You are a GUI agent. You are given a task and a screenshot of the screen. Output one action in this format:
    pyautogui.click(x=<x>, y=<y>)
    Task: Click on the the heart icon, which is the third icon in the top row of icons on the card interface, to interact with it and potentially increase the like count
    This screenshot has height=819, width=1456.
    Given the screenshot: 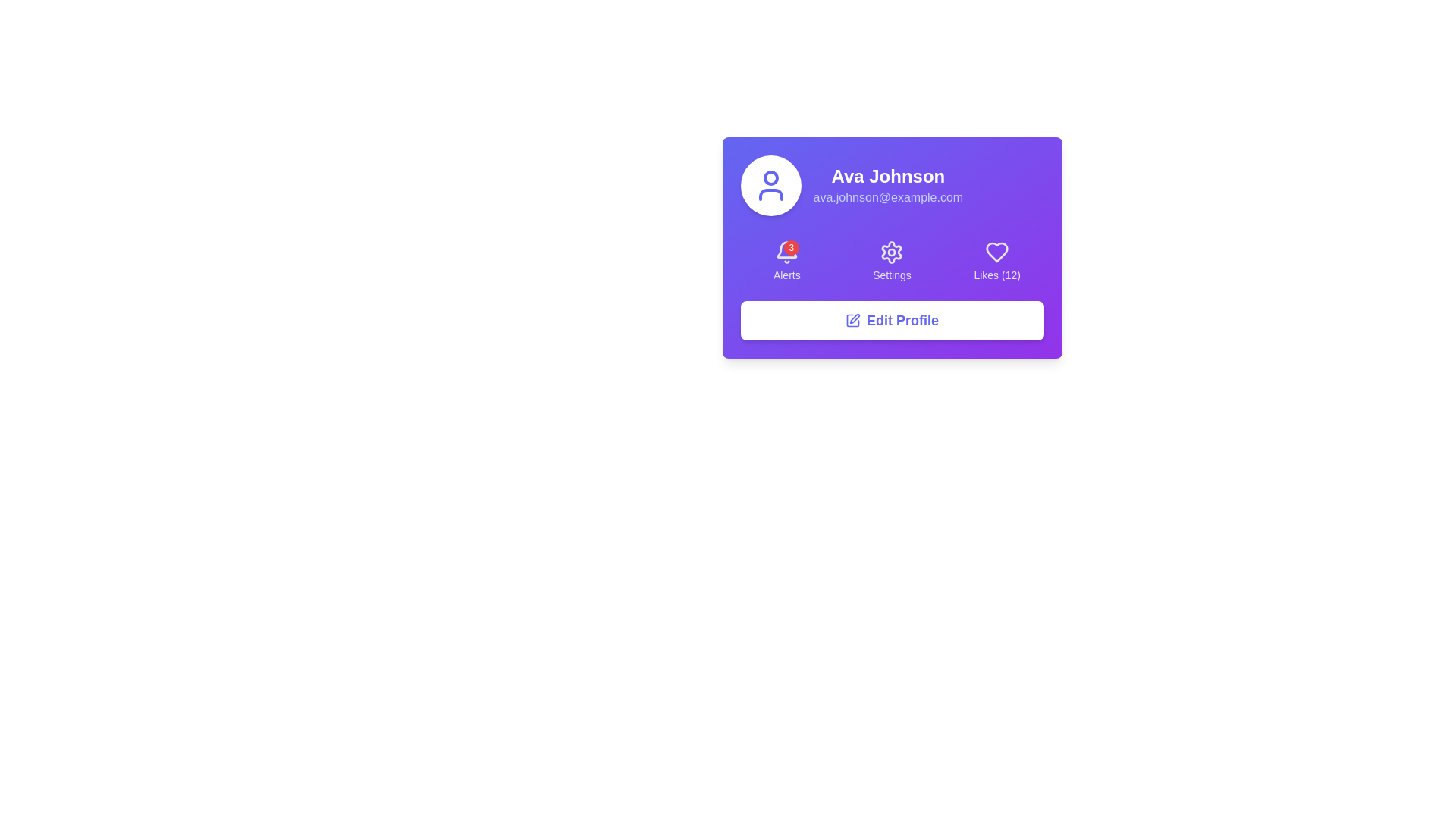 What is the action you would take?
    pyautogui.click(x=997, y=251)
    